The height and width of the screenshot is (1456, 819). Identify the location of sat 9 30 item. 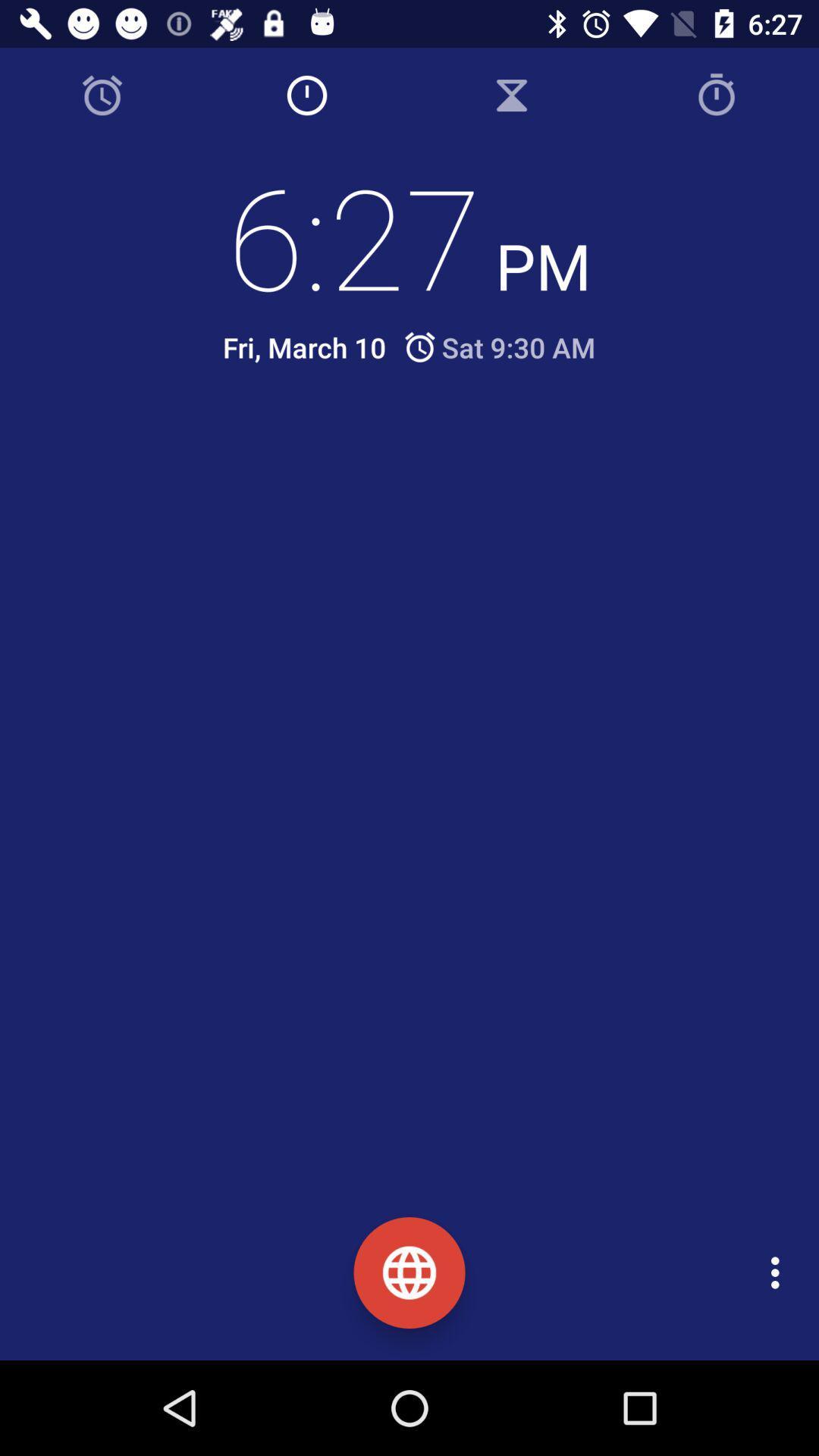
(498, 347).